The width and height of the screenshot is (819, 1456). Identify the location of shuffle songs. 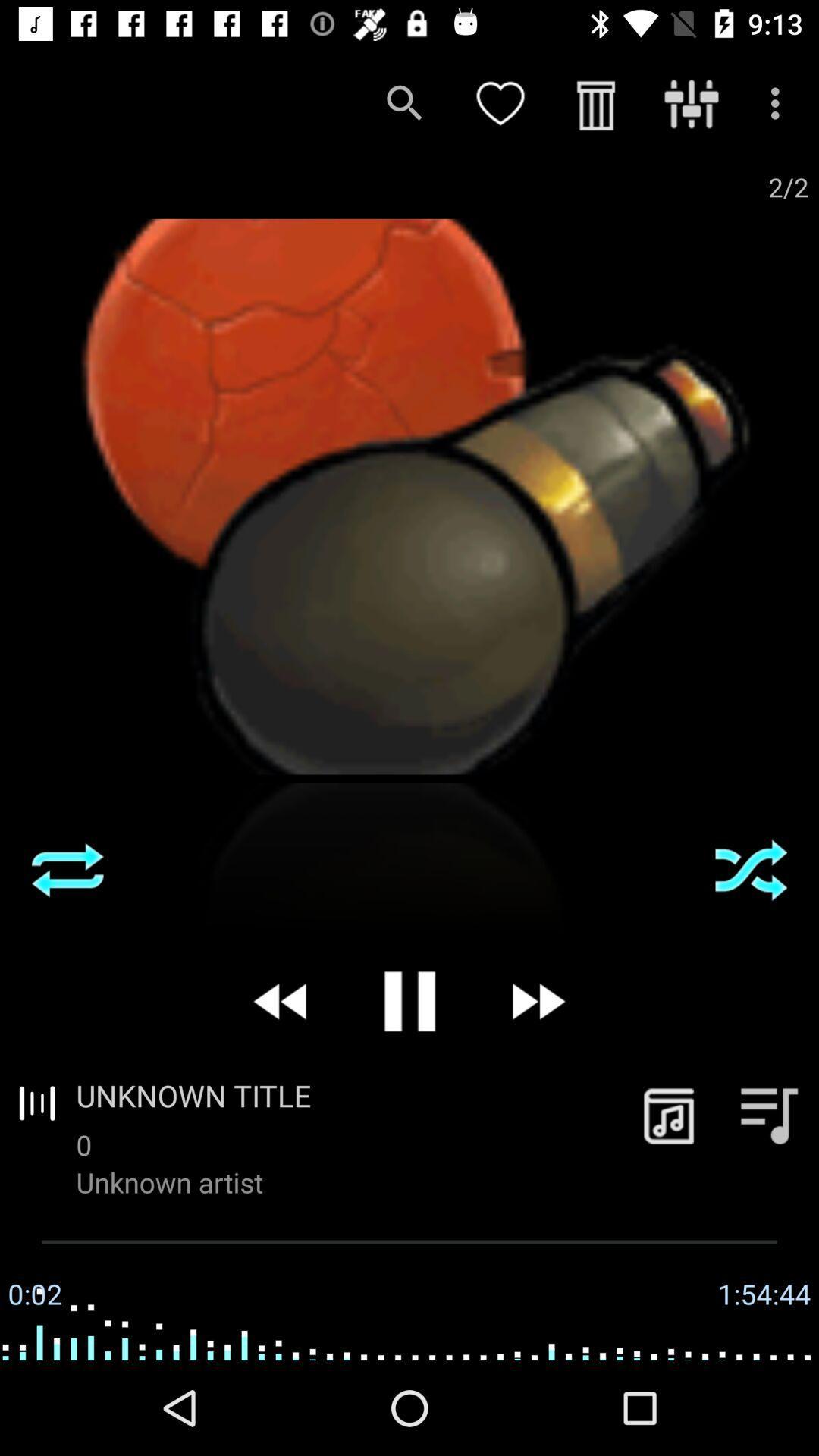
(67, 870).